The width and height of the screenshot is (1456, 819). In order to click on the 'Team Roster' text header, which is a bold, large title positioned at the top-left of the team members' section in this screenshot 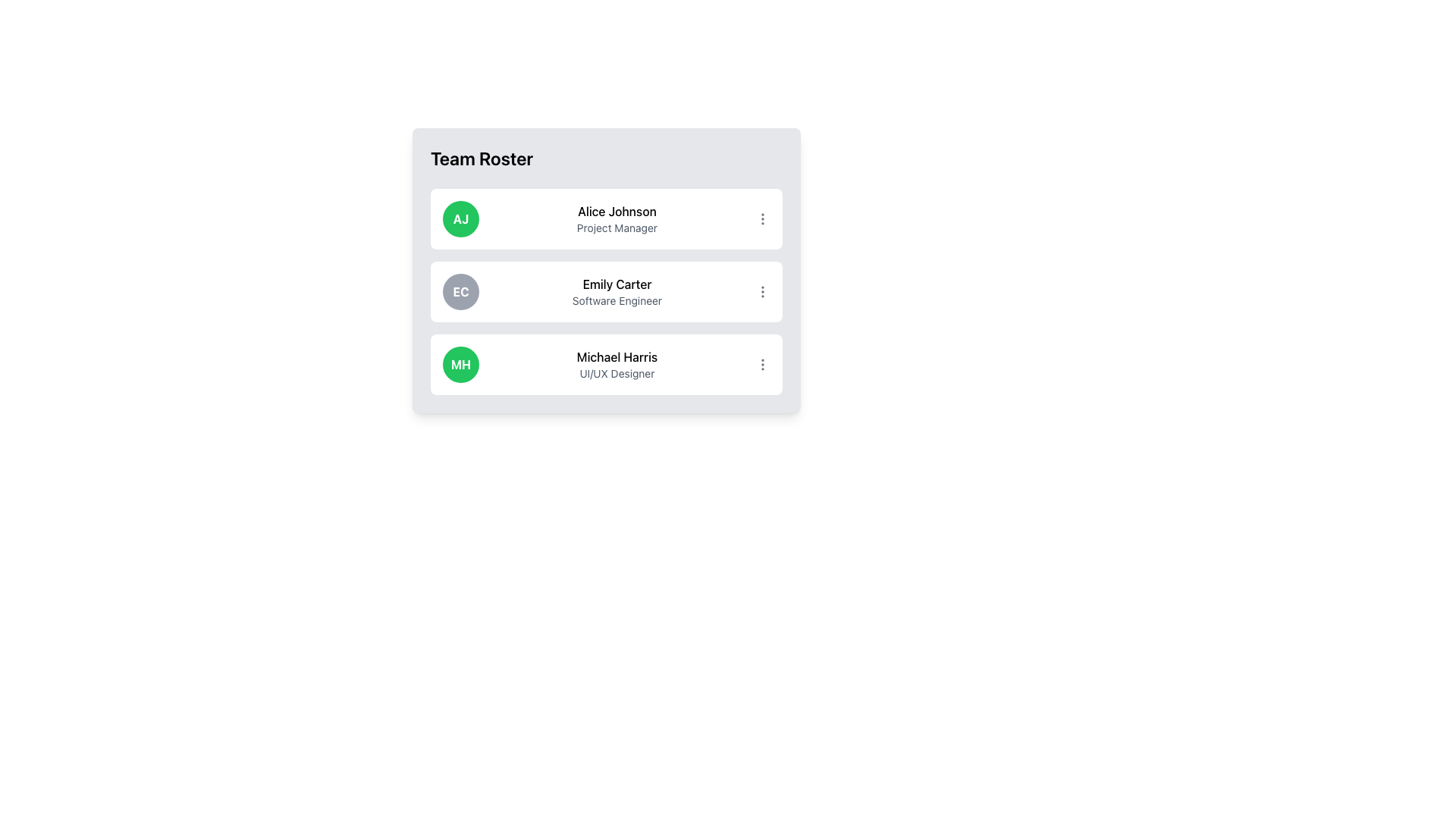, I will do `click(481, 158)`.